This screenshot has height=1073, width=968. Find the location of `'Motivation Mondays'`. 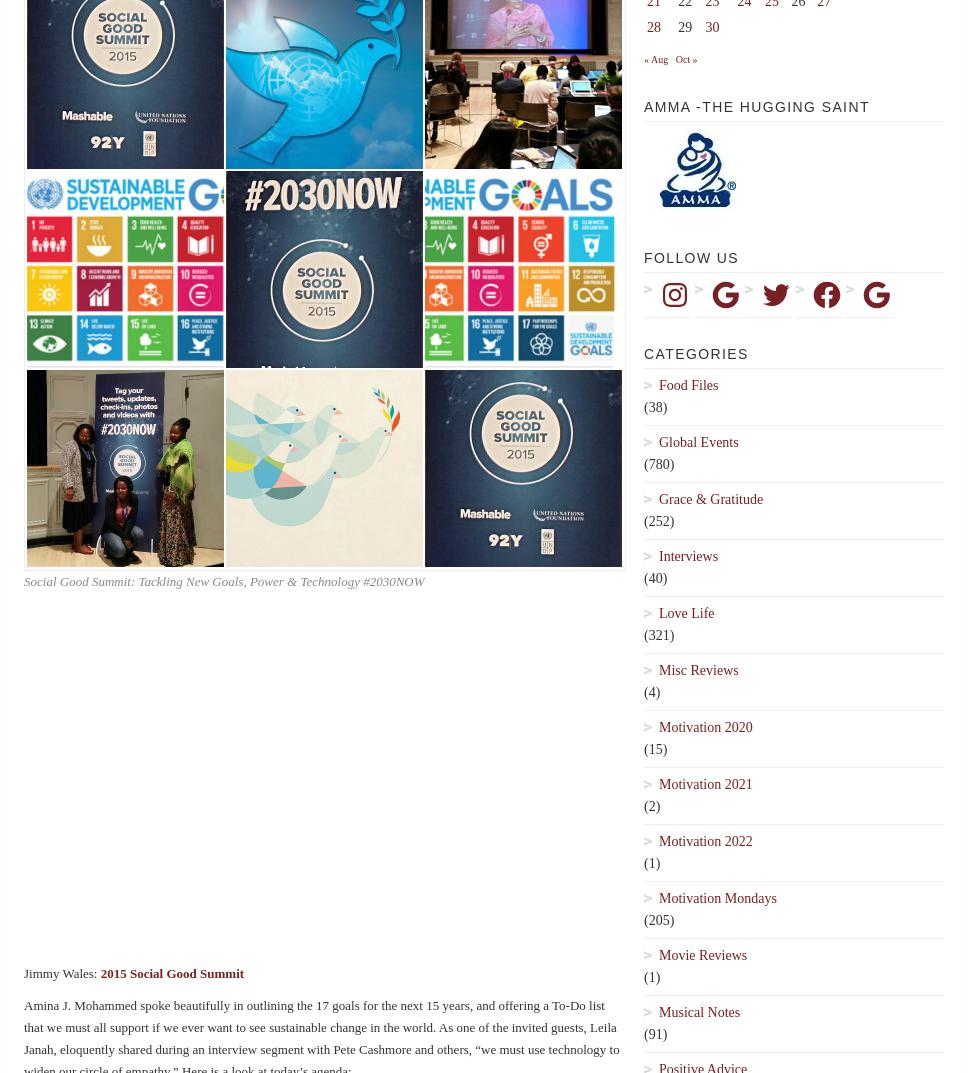

'Motivation Mondays' is located at coordinates (716, 898).